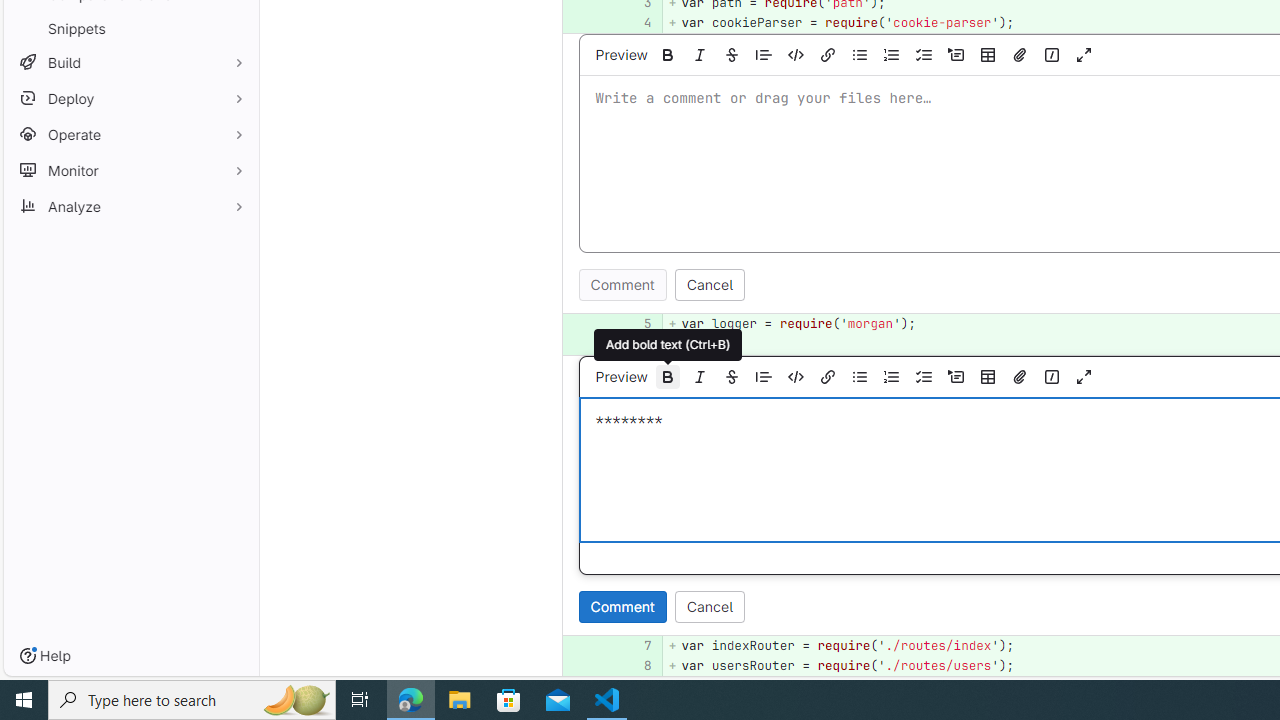  What do you see at coordinates (987, 376) in the screenshot?
I see `'Add a table'` at bounding box center [987, 376].